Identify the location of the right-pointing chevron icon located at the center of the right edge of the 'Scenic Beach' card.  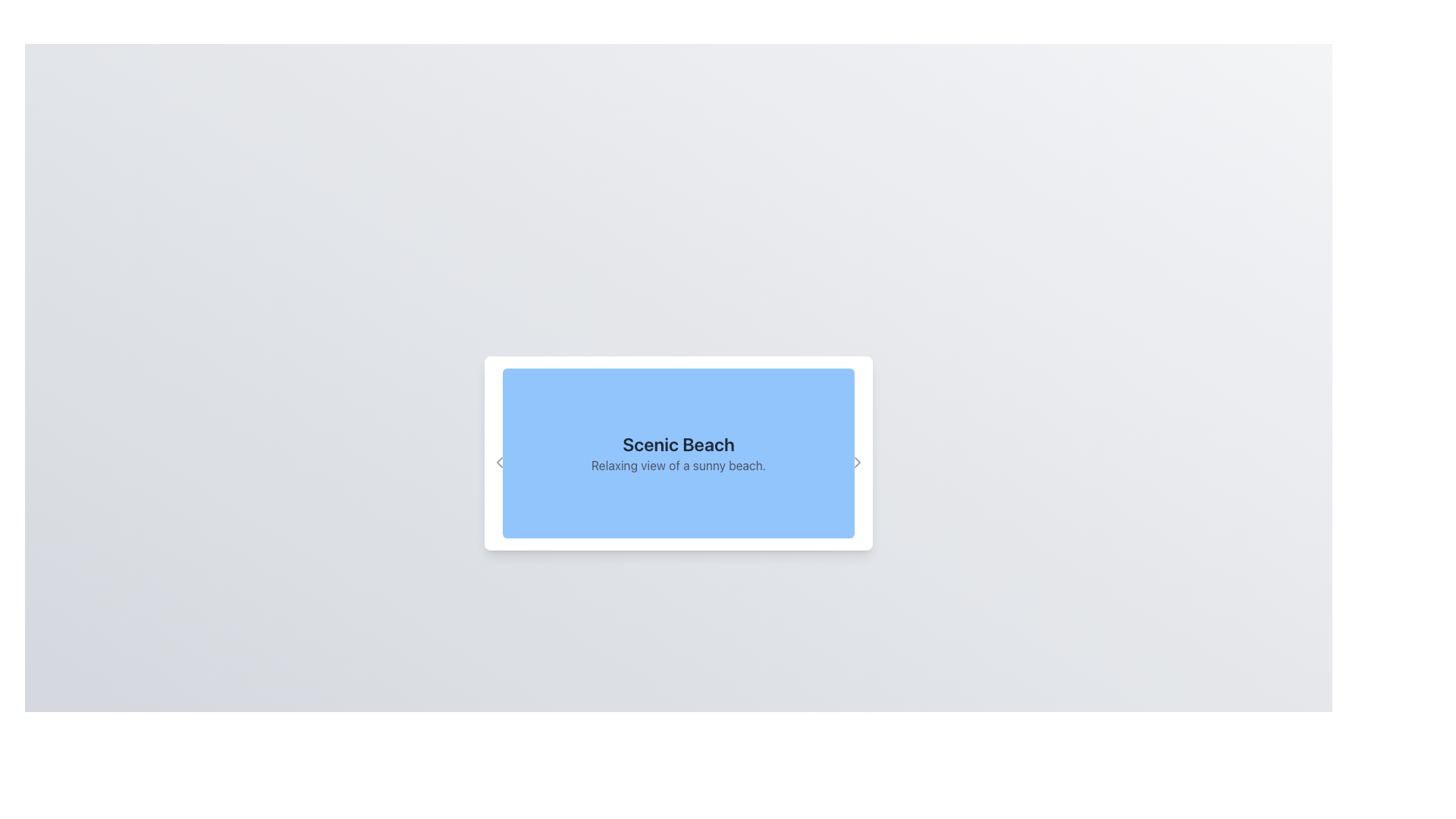
(858, 461).